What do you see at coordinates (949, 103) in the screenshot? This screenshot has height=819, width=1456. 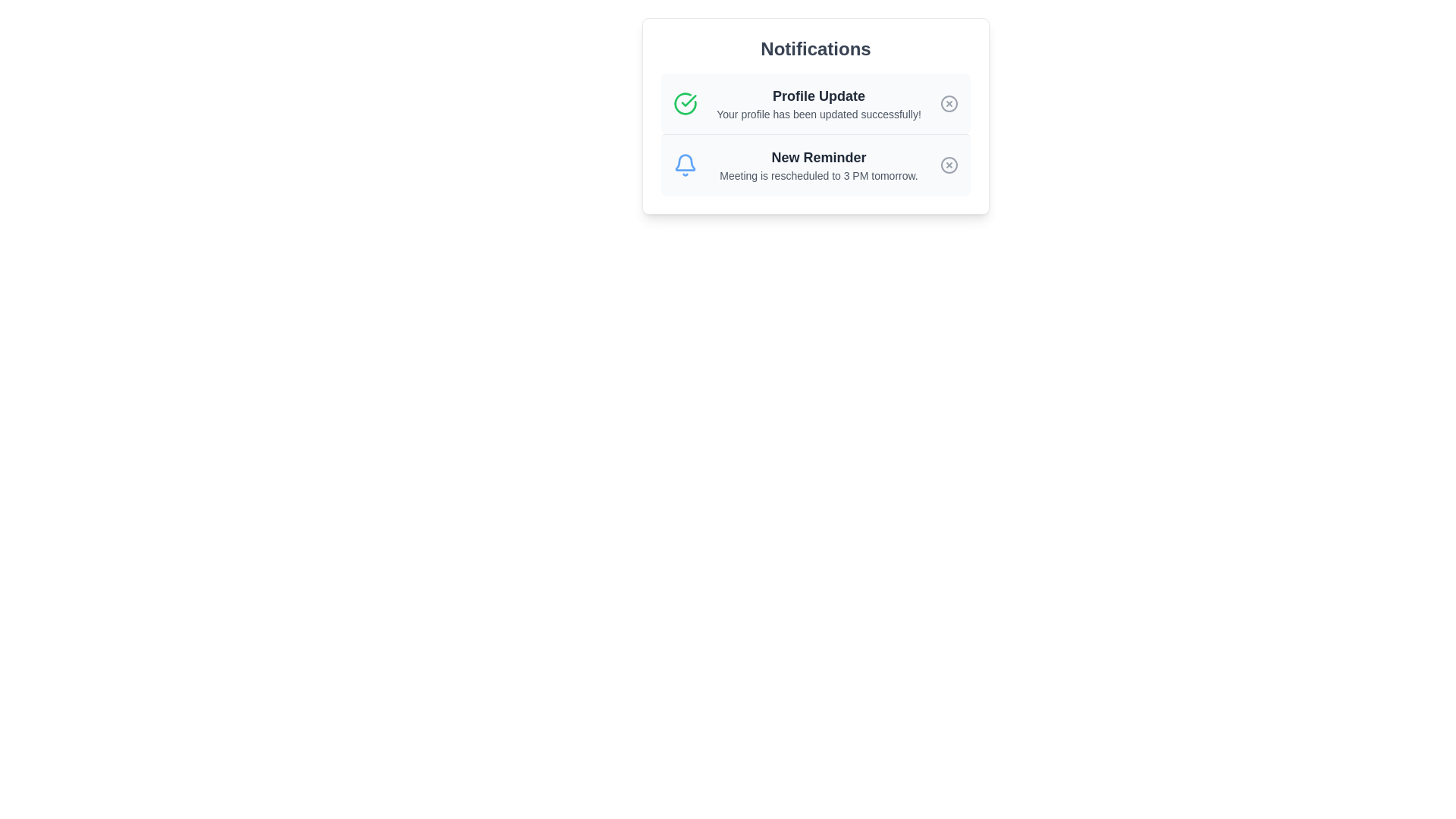 I see `the SVG circle that is part of the cross icon, which indicates a 'close' or 'delete' functionality associated with the 'Profile Update' notification` at bounding box center [949, 103].